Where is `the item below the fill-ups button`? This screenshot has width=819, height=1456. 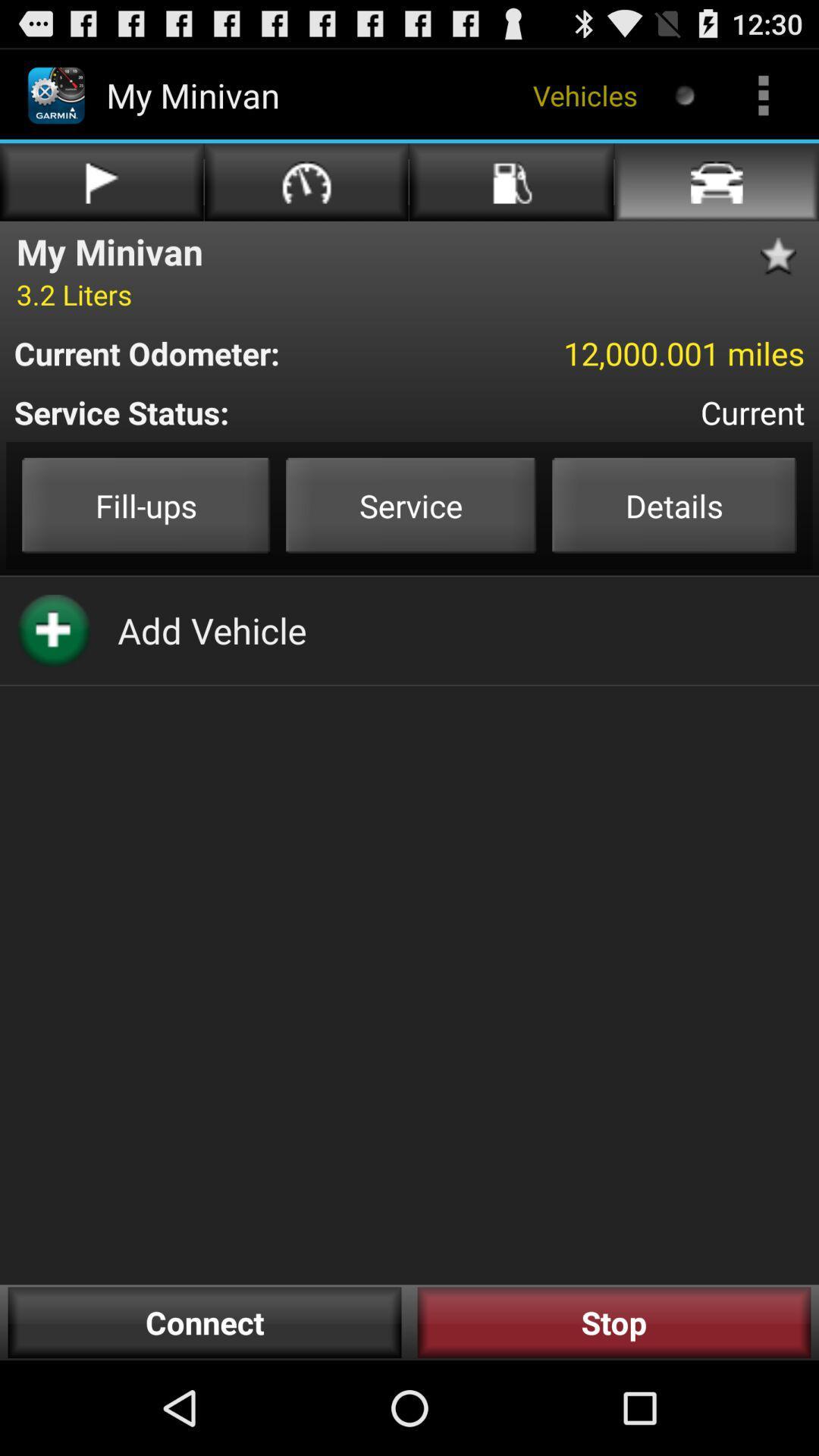 the item below the fill-ups button is located at coordinates (212, 630).